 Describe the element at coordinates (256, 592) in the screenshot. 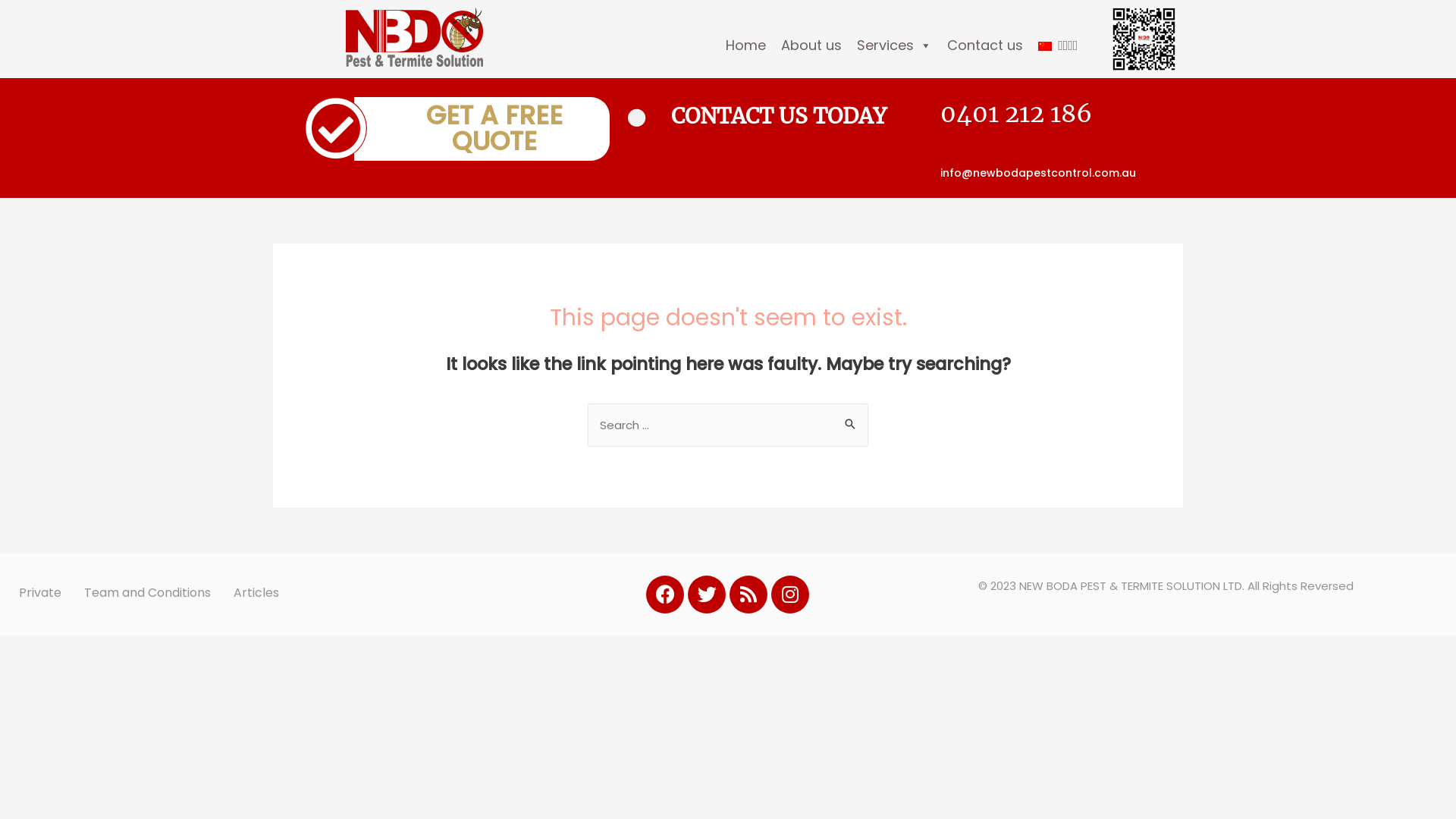

I see `'Articles'` at that location.